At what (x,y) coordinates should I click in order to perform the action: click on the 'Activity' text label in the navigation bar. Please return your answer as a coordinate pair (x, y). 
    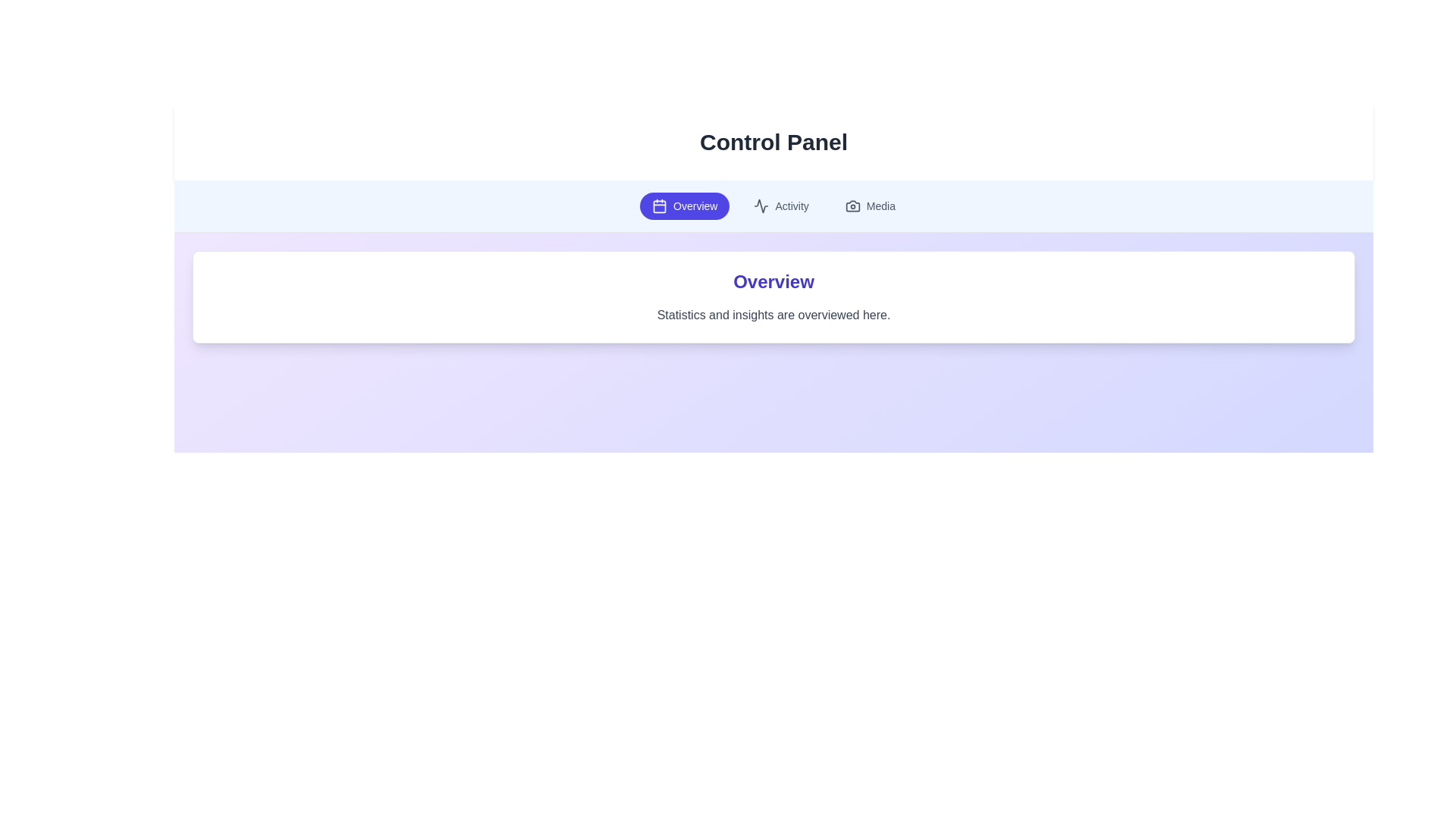
    Looking at the image, I should click on (791, 206).